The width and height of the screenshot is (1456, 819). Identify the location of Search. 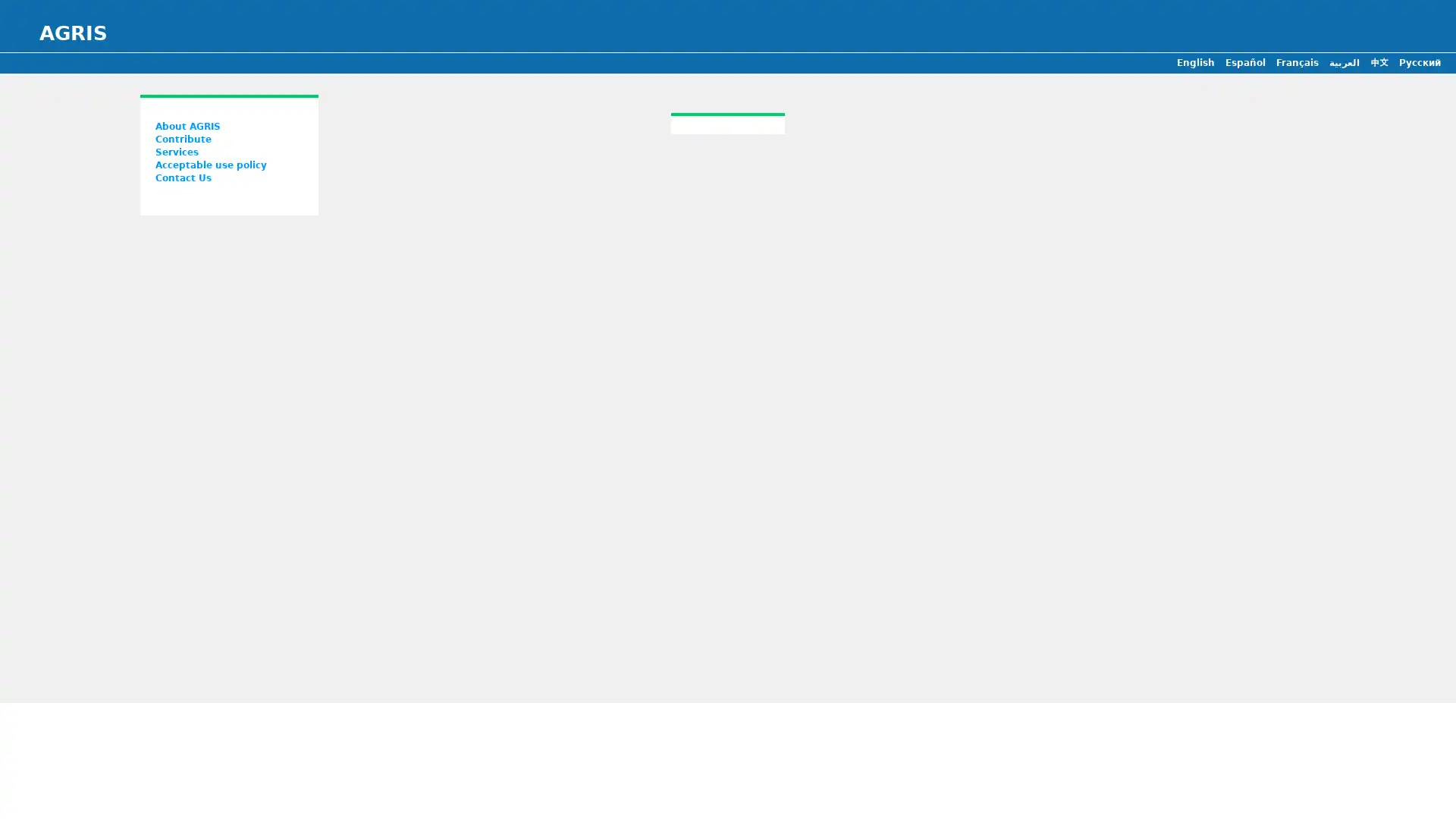
(739, 362).